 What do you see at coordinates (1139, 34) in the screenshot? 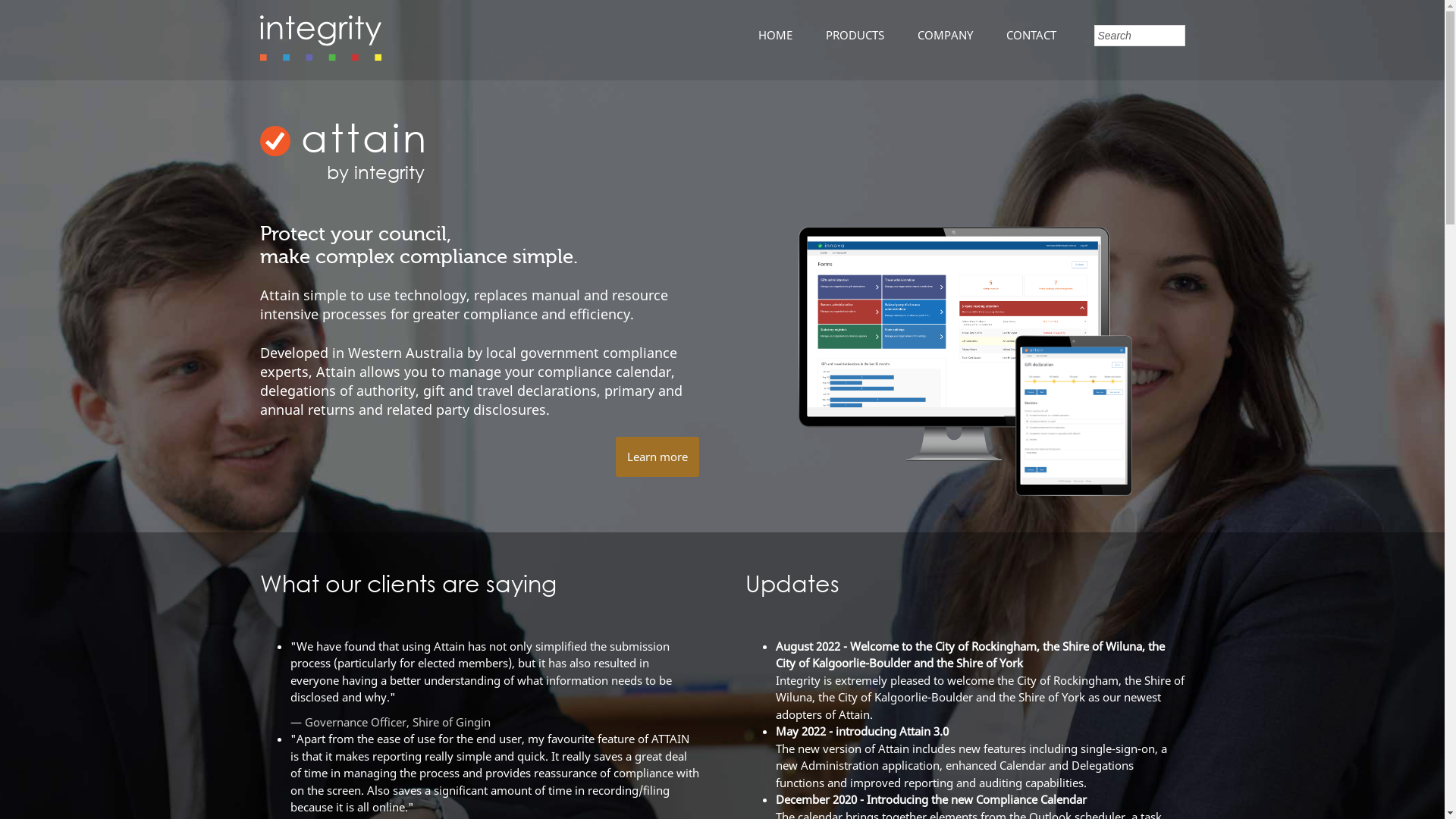
I see `'Search this site'` at bounding box center [1139, 34].